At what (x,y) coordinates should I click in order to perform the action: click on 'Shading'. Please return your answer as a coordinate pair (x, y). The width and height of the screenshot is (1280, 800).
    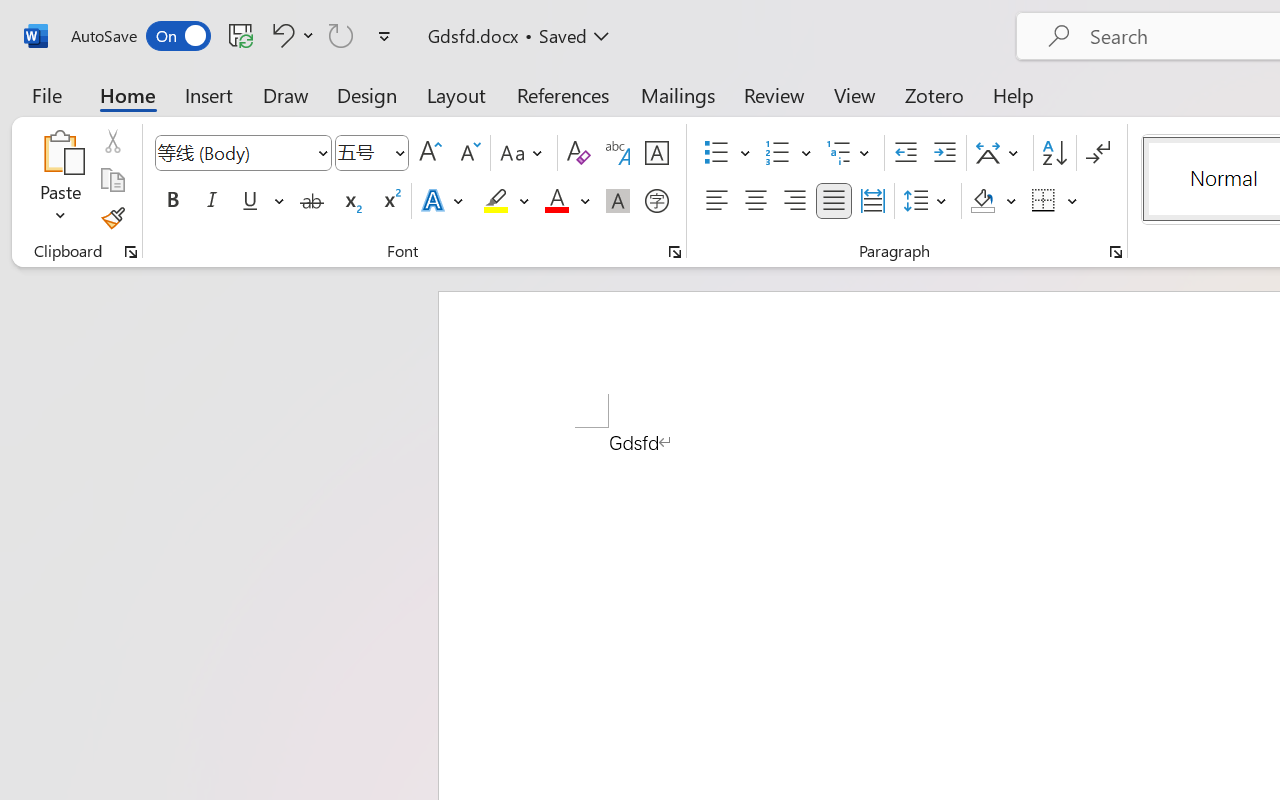
    Looking at the image, I should click on (993, 201).